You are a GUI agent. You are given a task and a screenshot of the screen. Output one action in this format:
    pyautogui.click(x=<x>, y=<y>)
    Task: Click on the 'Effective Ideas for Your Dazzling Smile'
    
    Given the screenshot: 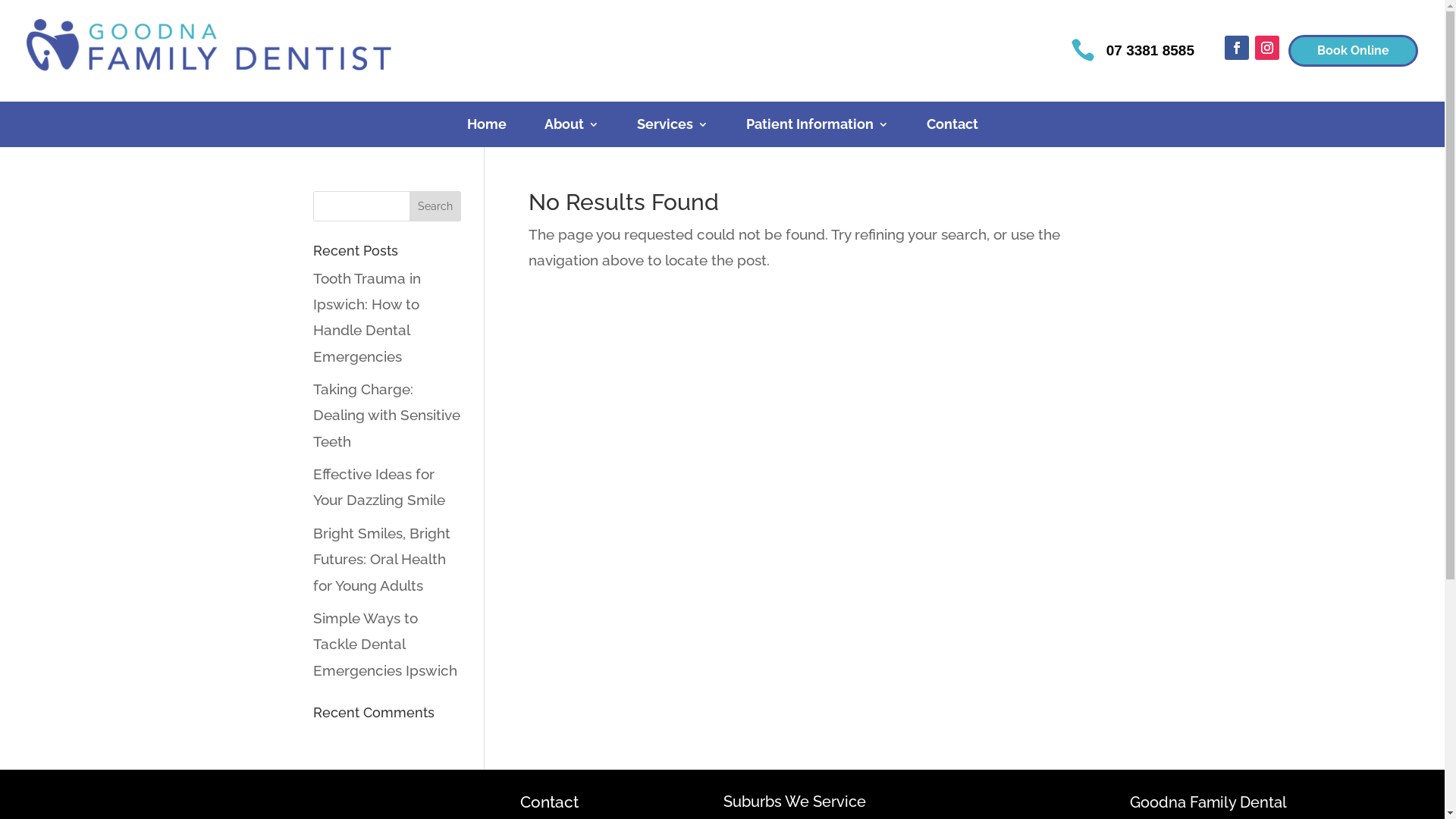 What is the action you would take?
    pyautogui.click(x=378, y=486)
    